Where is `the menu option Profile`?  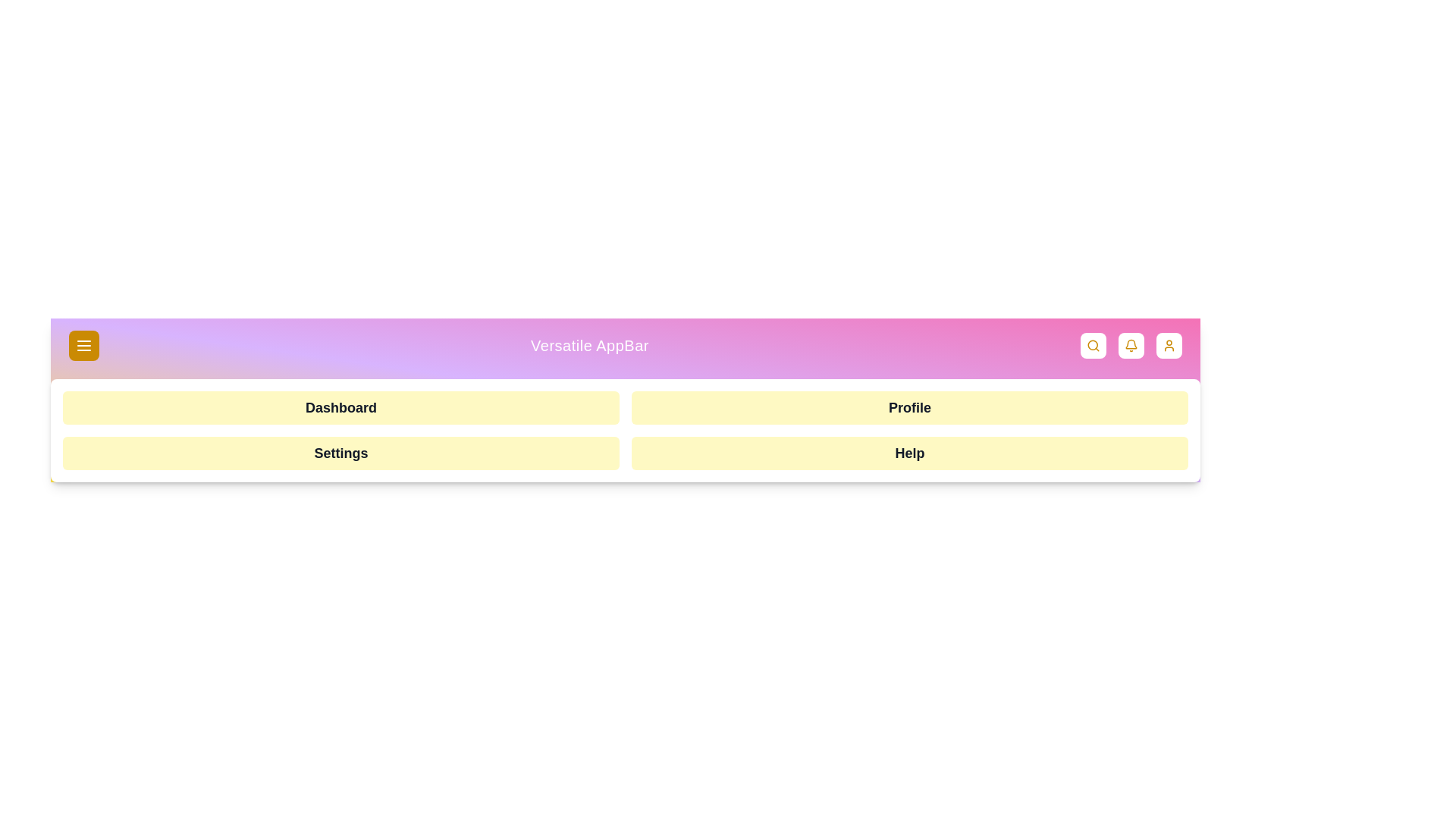
the menu option Profile is located at coordinates (910, 406).